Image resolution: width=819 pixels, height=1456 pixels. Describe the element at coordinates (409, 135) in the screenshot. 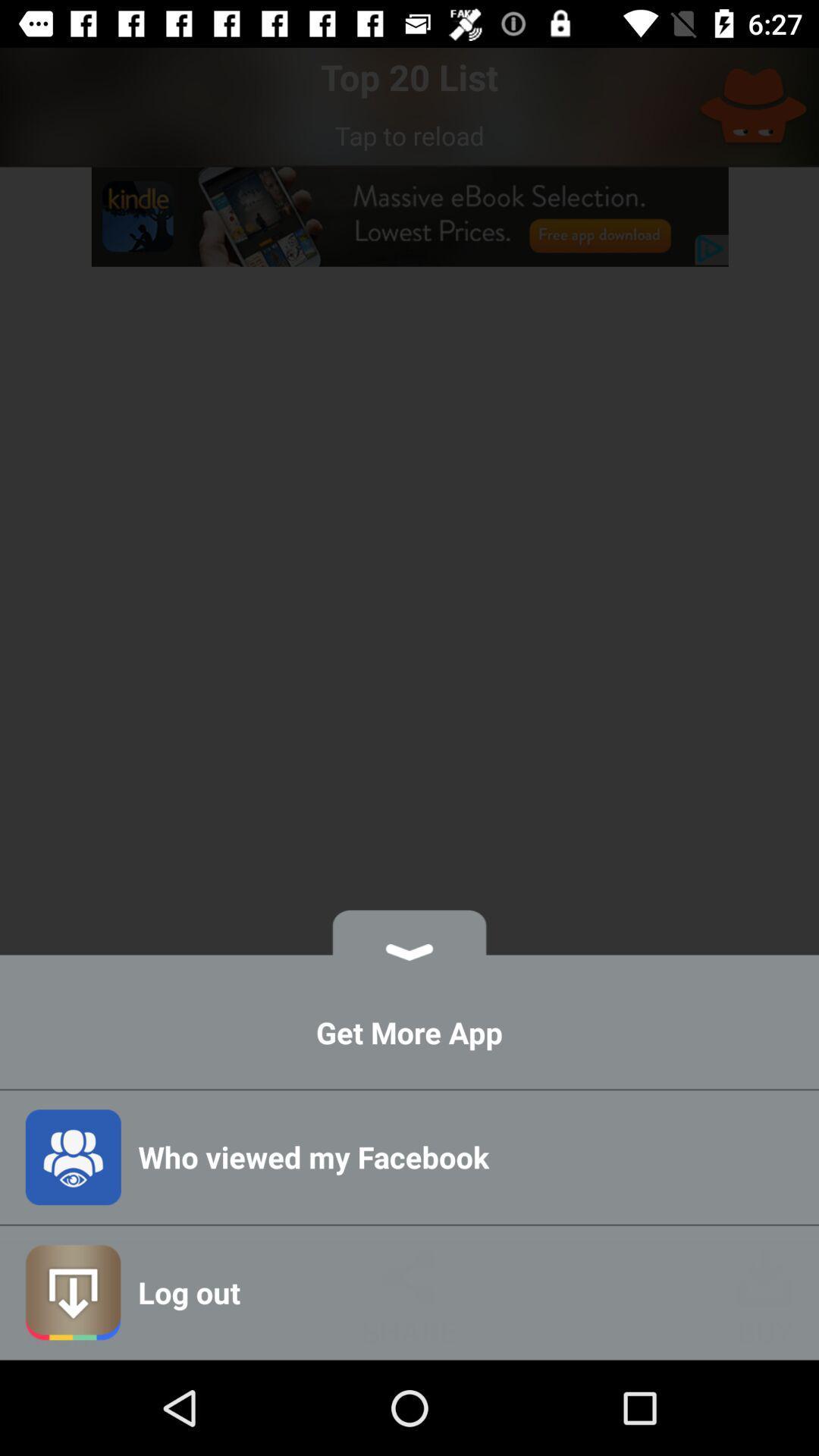

I see `the tap to reload icon` at that location.